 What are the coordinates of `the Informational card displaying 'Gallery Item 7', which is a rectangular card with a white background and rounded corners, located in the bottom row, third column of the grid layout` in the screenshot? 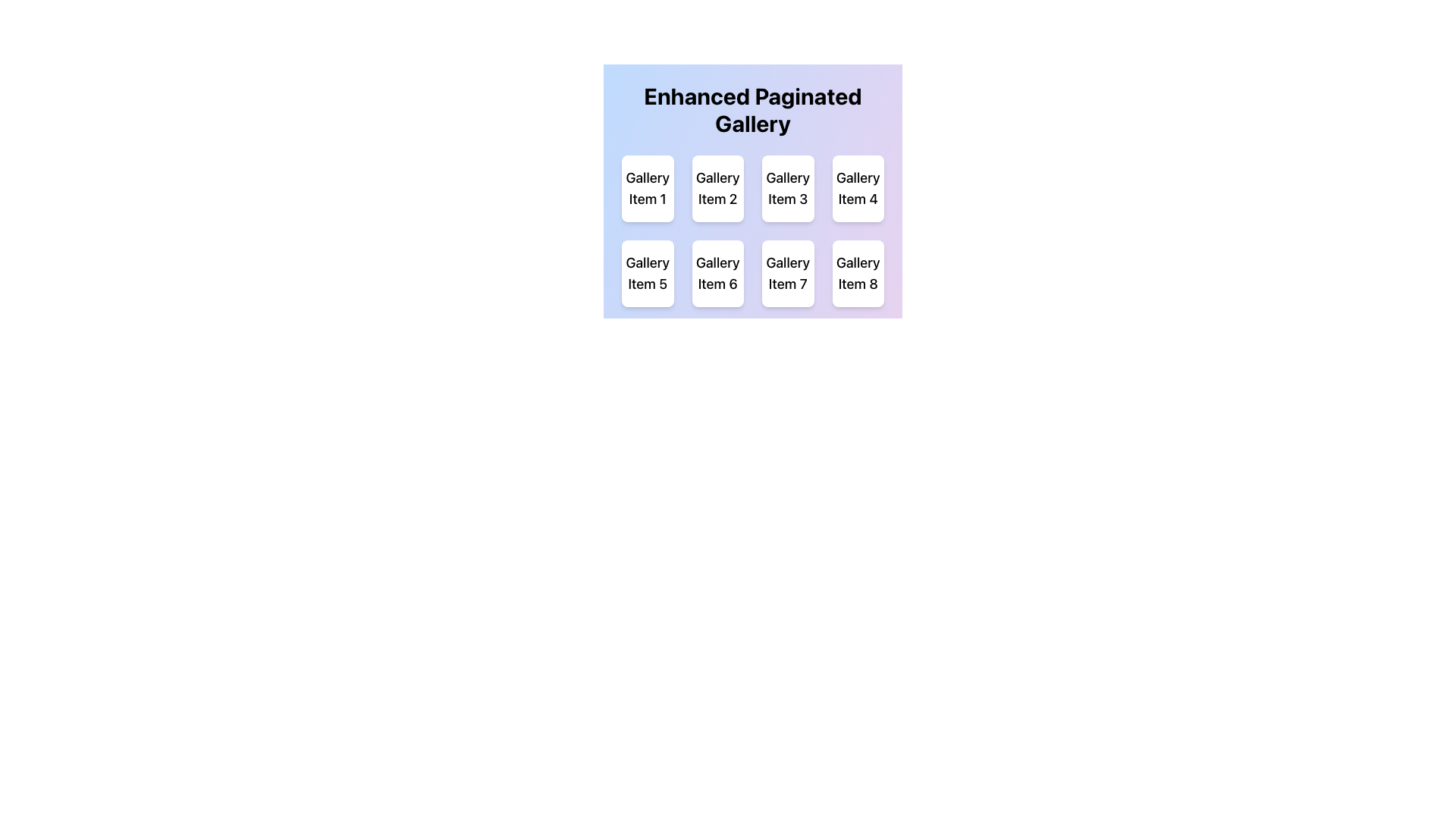 It's located at (788, 274).